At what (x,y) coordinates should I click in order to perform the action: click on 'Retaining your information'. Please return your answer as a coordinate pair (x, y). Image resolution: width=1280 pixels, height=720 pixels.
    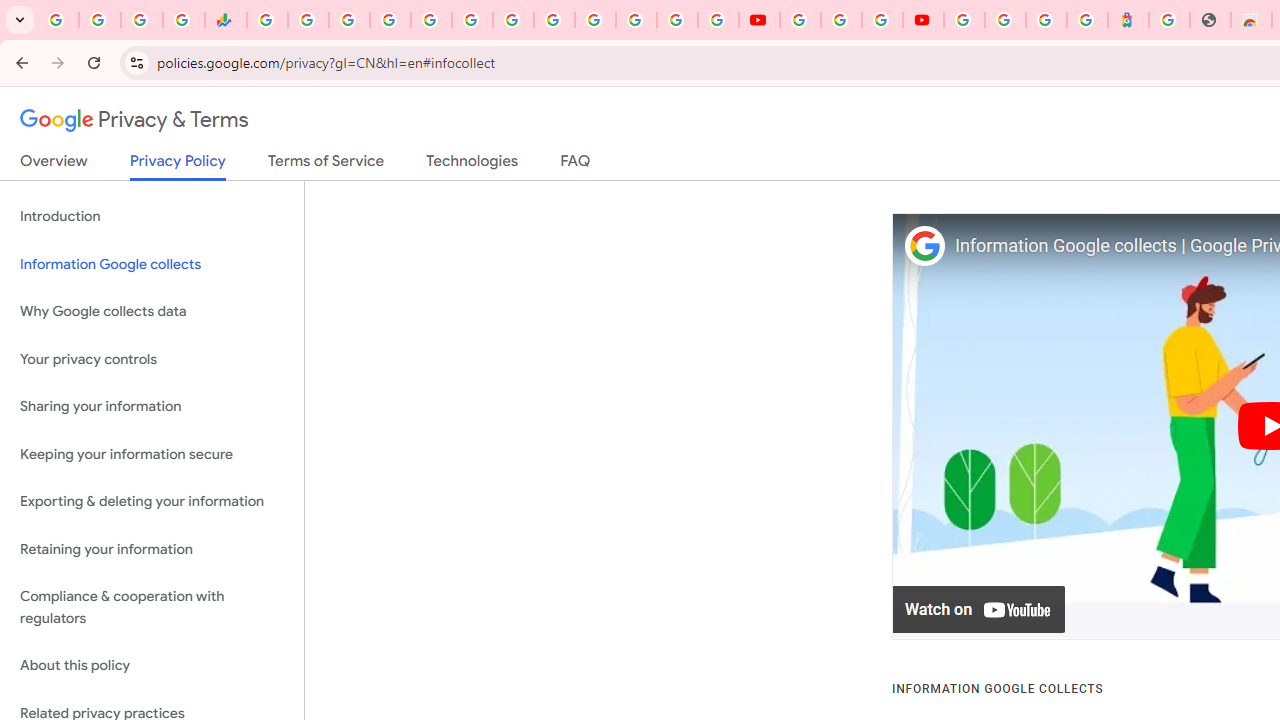
    Looking at the image, I should click on (151, 549).